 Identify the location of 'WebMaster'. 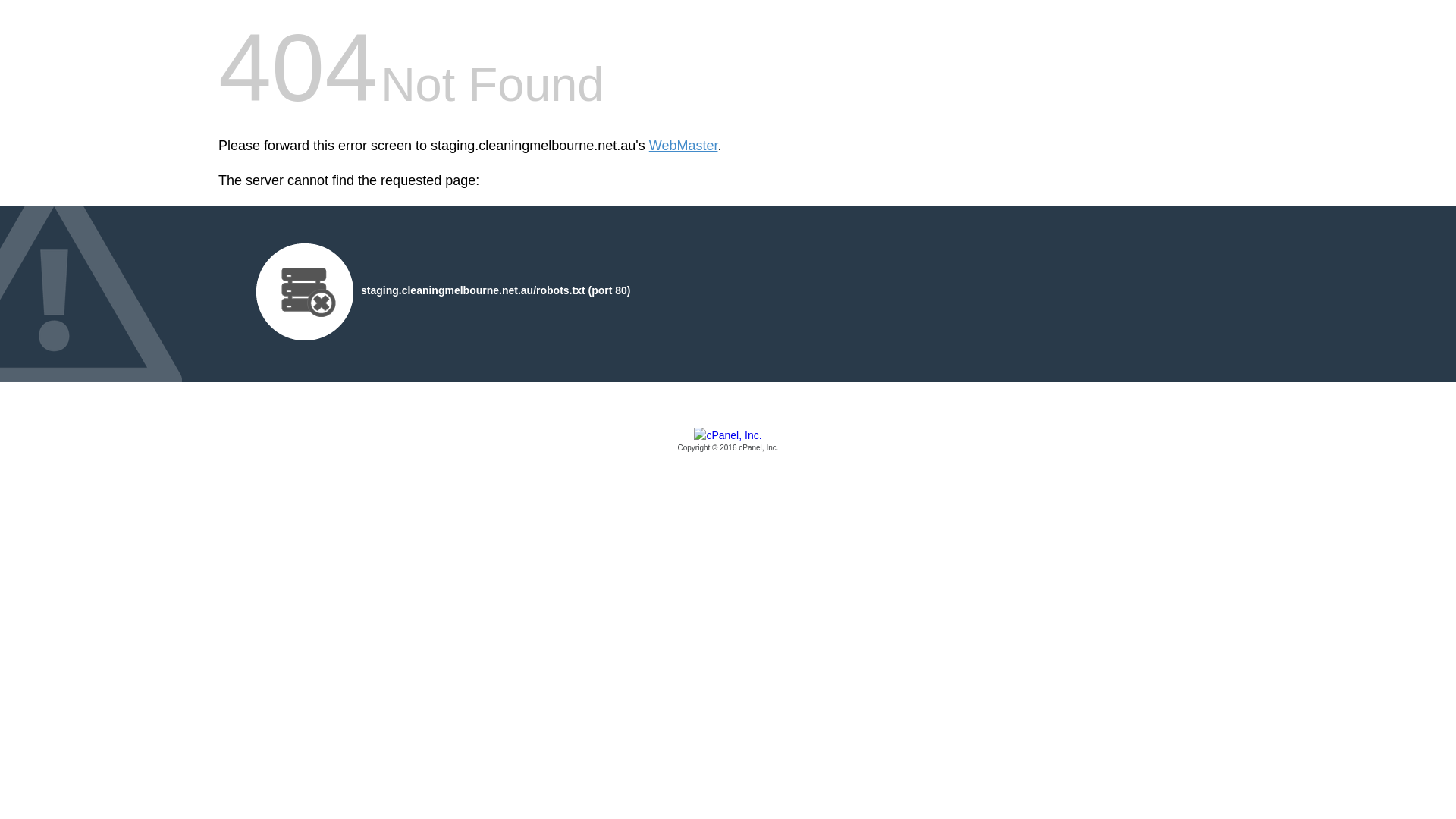
(648, 146).